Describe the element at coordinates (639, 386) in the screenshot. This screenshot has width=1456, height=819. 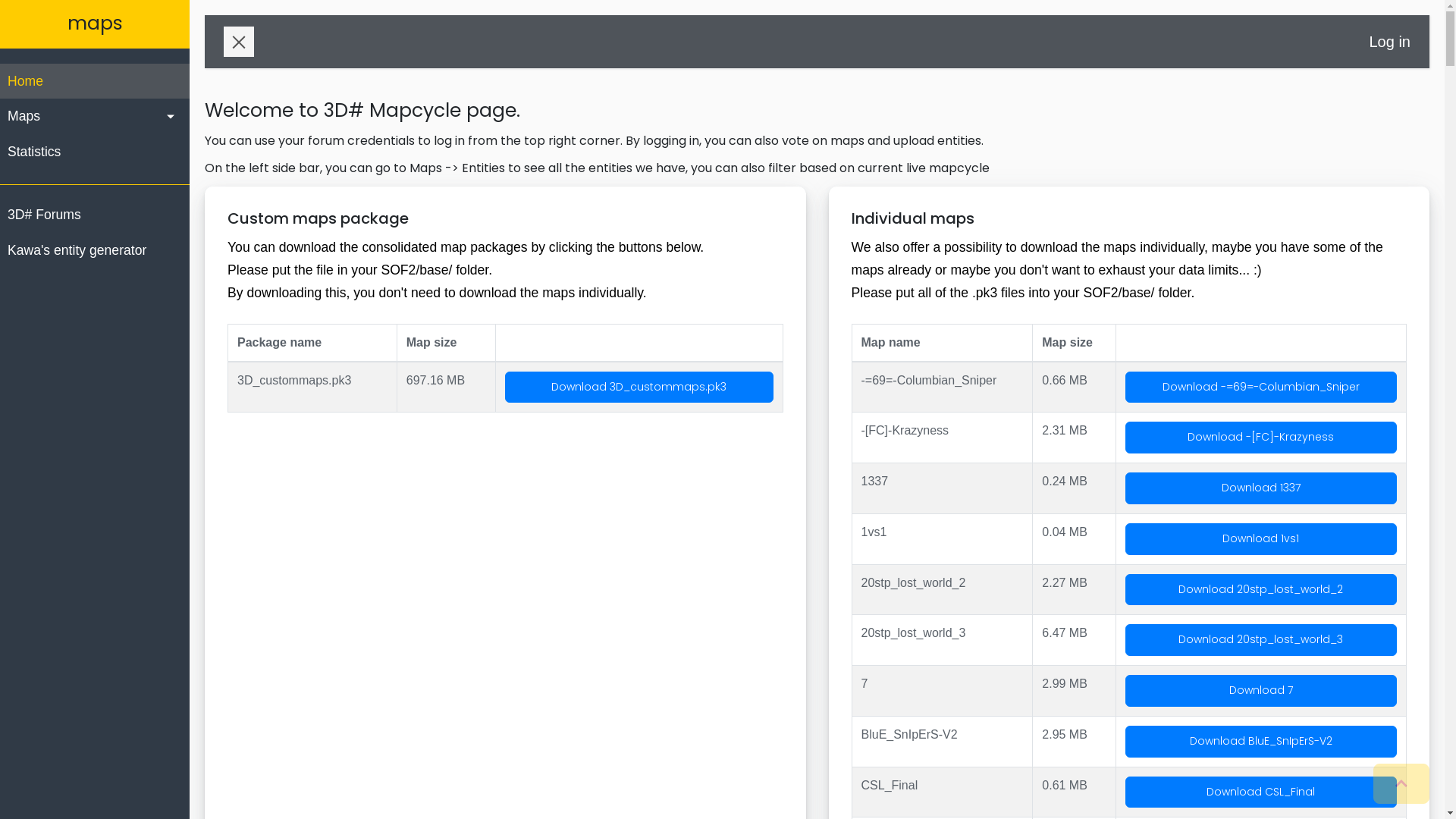
I see `'Download 3D_custommaps.pk3'` at that location.